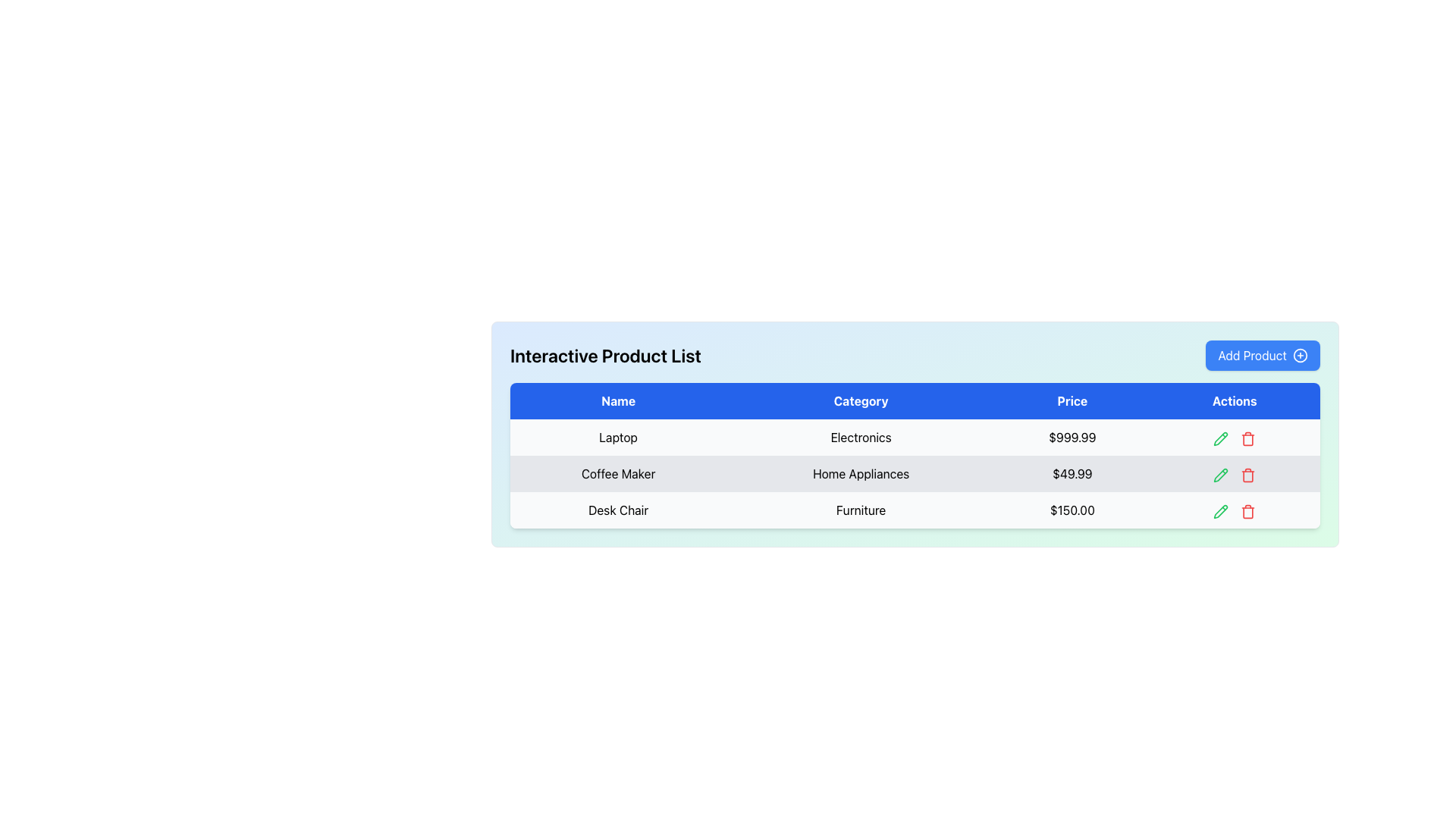 The image size is (1456, 819). What do you see at coordinates (1072, 400) in the screenshot?
I see `the 'Price' text label displayed in bold white font against a blue background, which is centrally located in the header of a table as the third column` at bounding box center [1072, 400].